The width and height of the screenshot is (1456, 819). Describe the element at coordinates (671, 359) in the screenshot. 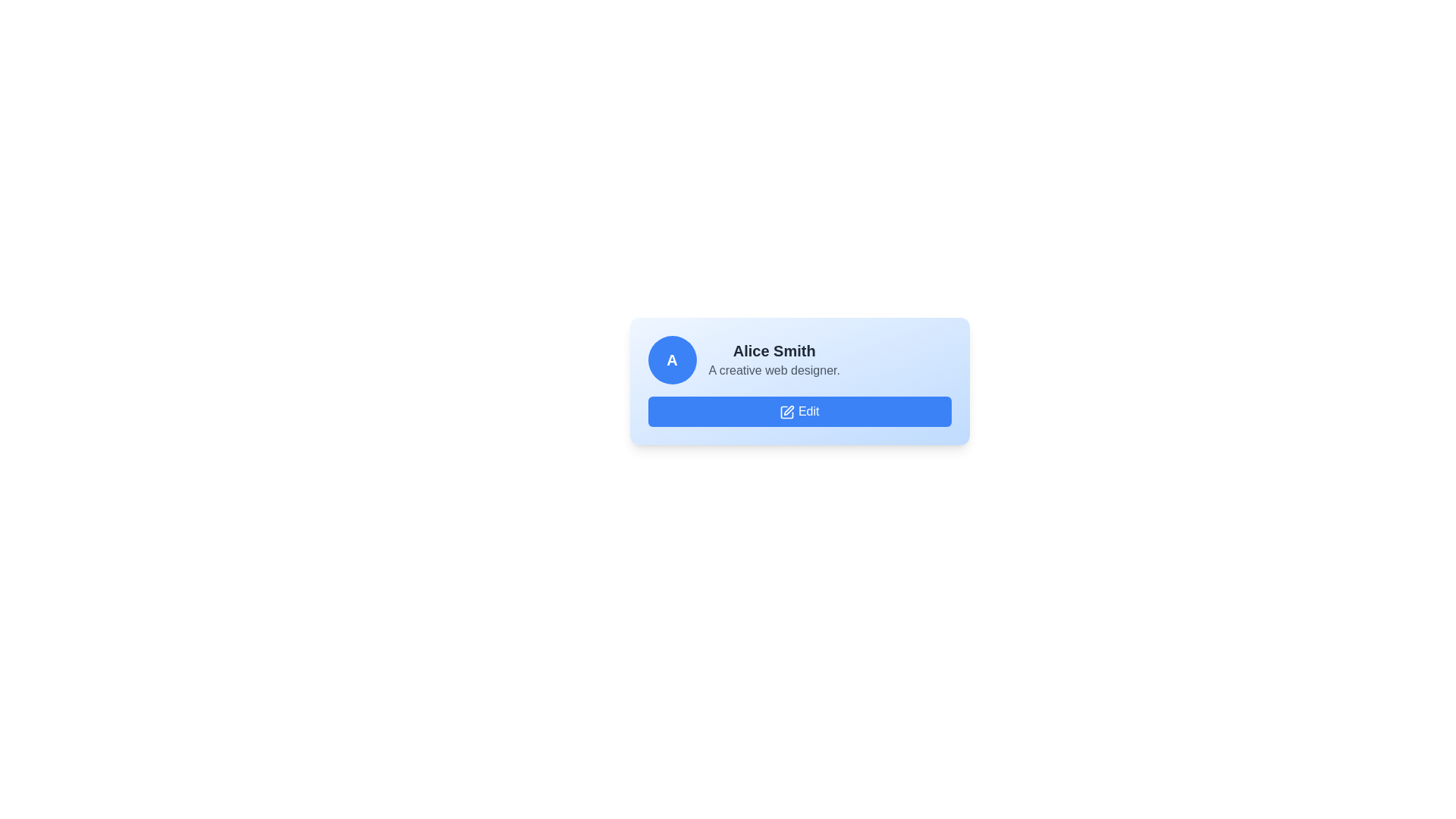

I see `the attributes of the avatar placeholder element representing a profile picture for 'Alice Smith' located on the far-left side of the horizontal arrangement` at that location.